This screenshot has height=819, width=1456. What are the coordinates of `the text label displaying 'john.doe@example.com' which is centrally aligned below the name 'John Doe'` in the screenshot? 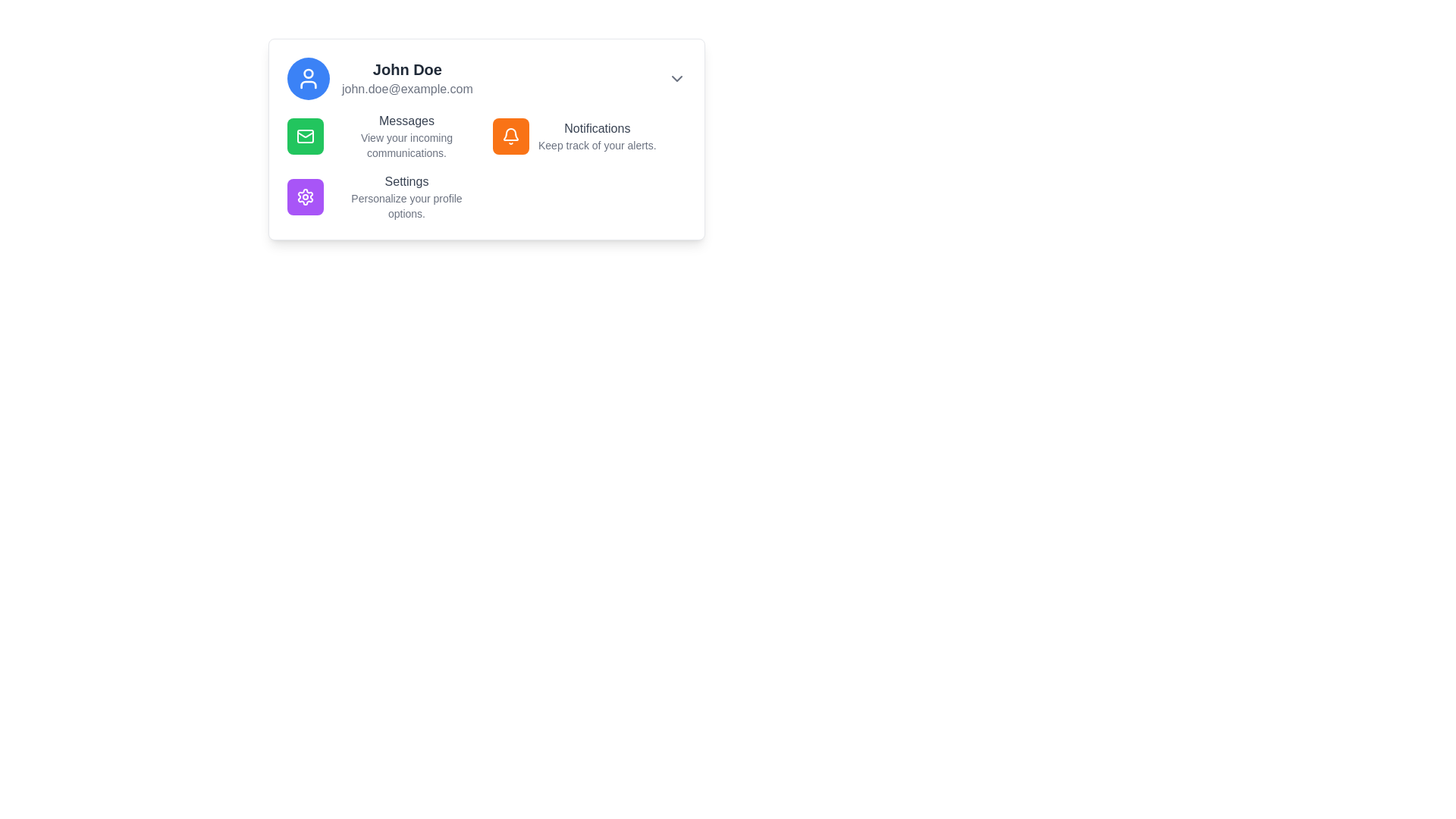 It's located at (407, 89).